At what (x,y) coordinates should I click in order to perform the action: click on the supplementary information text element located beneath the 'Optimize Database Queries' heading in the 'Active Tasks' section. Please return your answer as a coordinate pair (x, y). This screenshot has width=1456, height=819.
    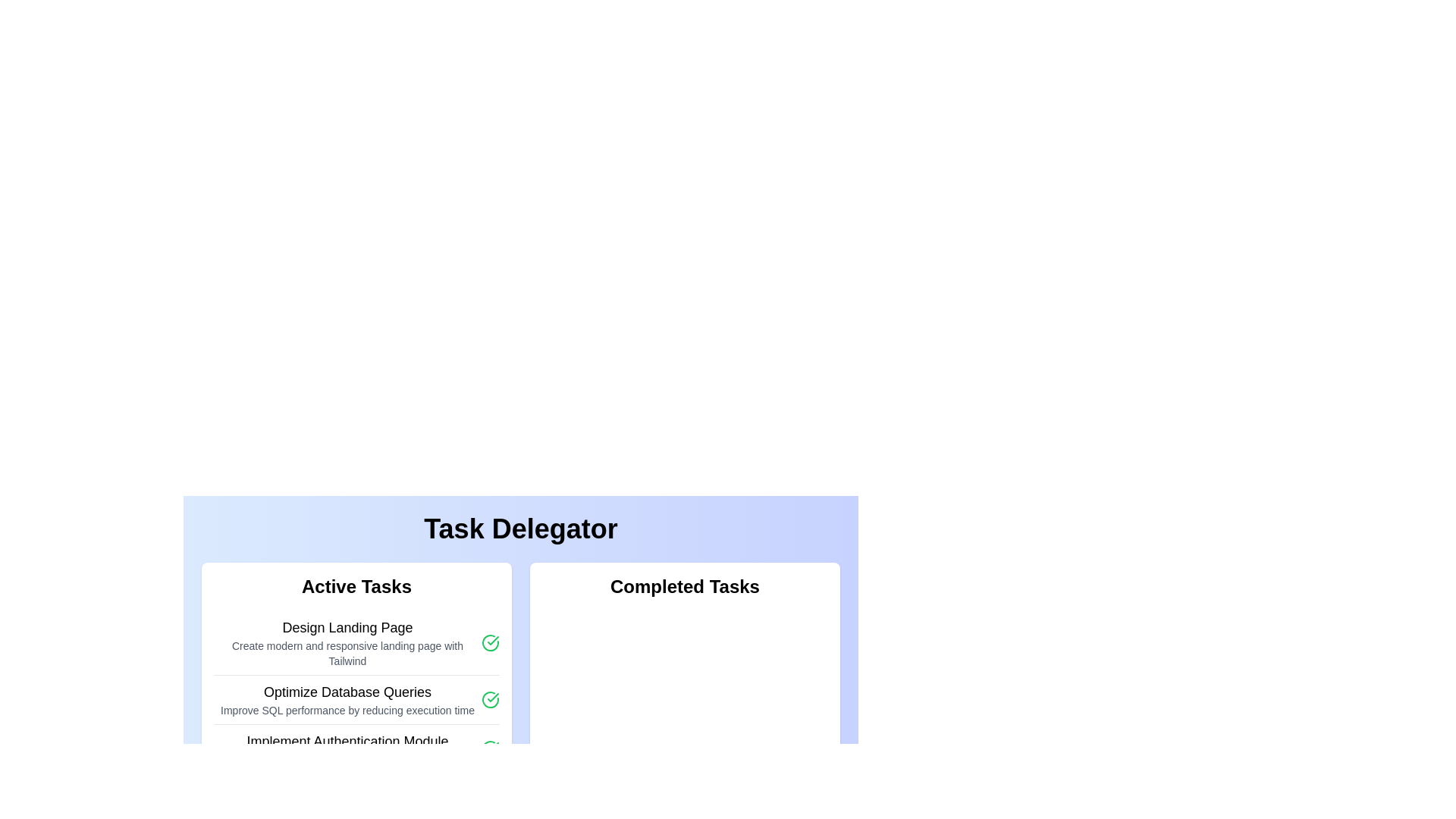
    Looking at the image, I should click on (347, 711).